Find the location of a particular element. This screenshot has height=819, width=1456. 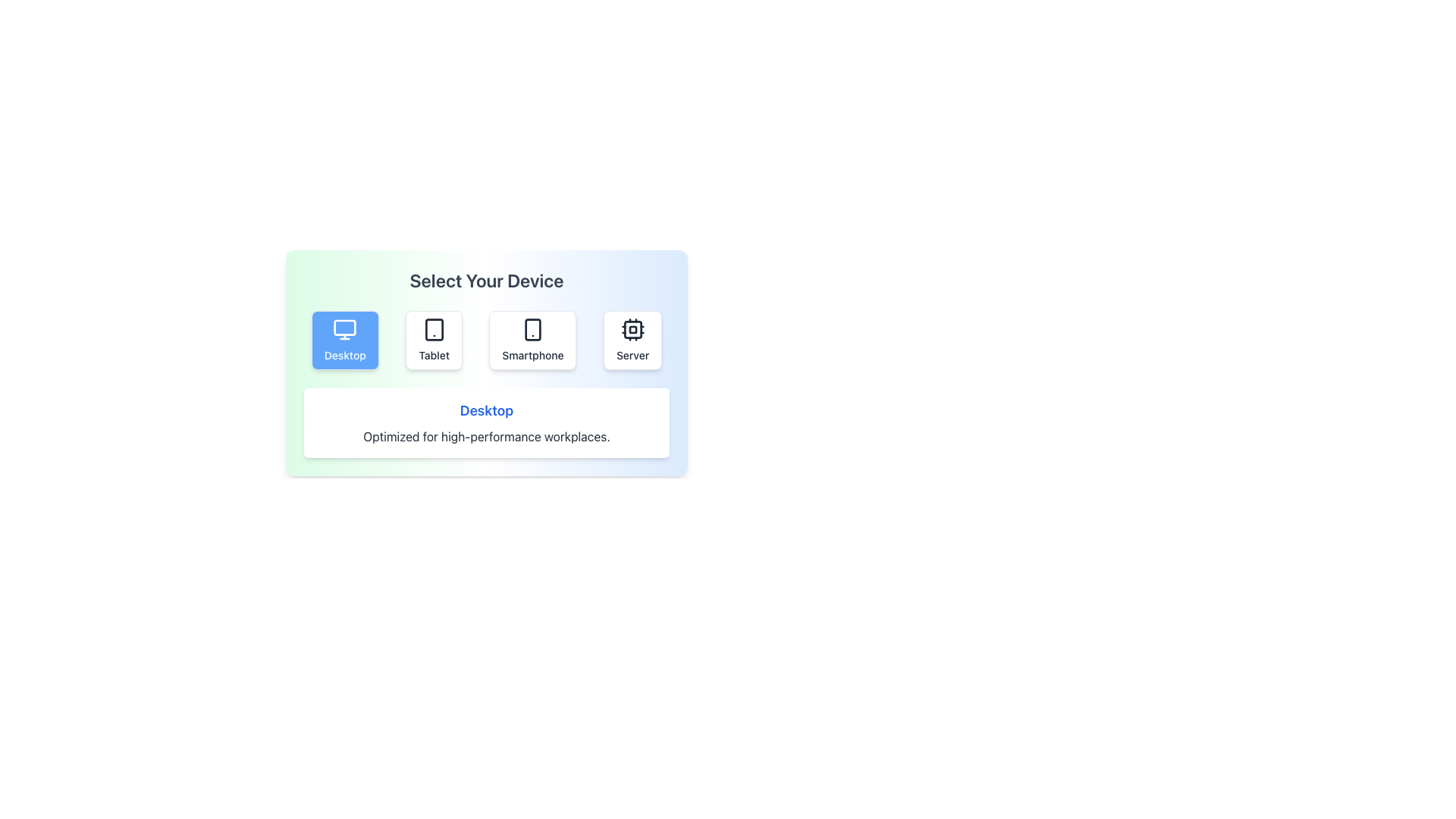

the 'Smartphone' button in the 'Select Your Device' section is located at coordinates (532, 339).